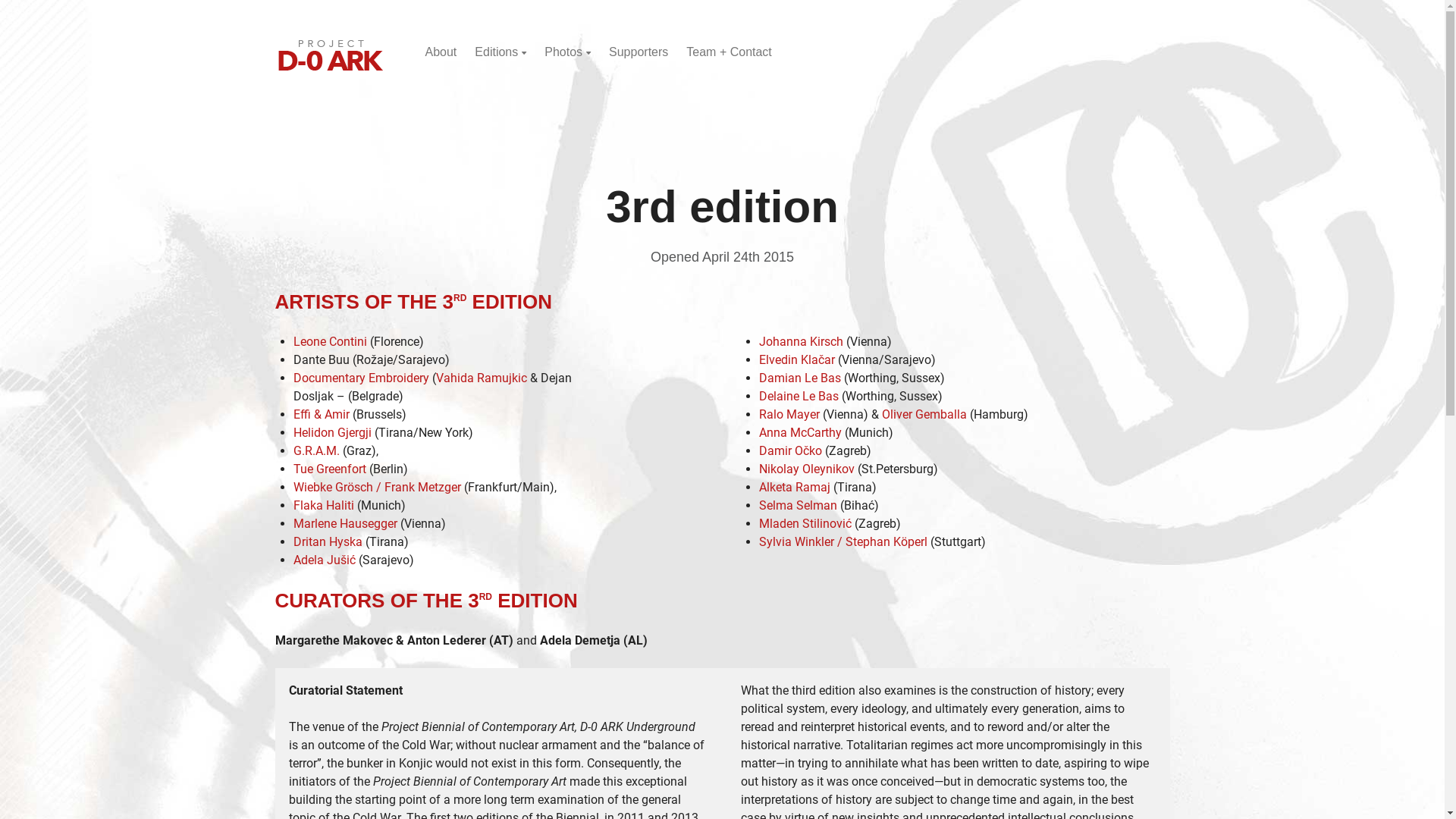 The height and width of the screenshot is (819, 1456). I want to click on 'Leone Contini', so click(328, 341).